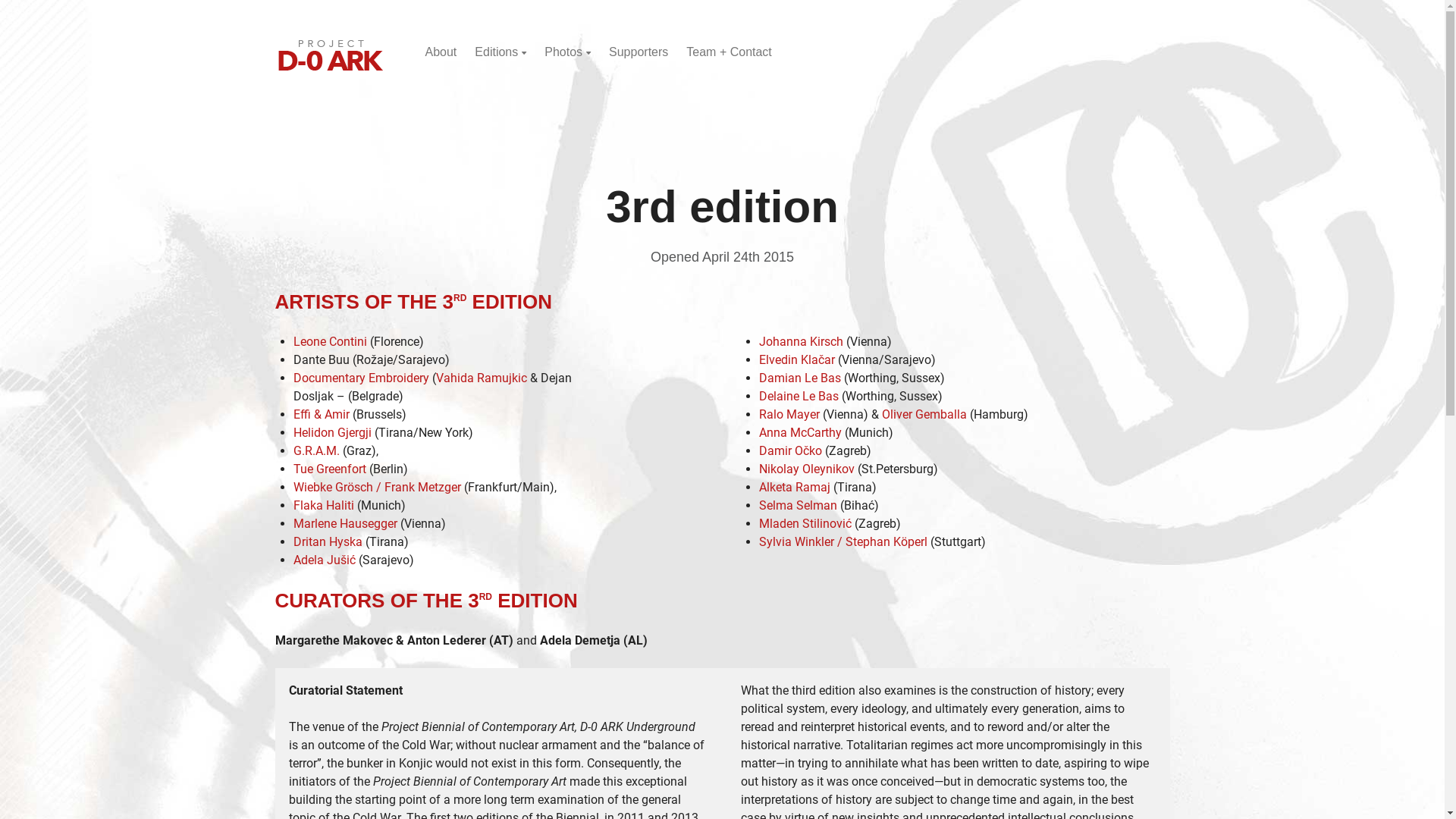 The height and width of the screenshot is (819, 1456). I want to click on 'Leone Contini', so click(328, 341).